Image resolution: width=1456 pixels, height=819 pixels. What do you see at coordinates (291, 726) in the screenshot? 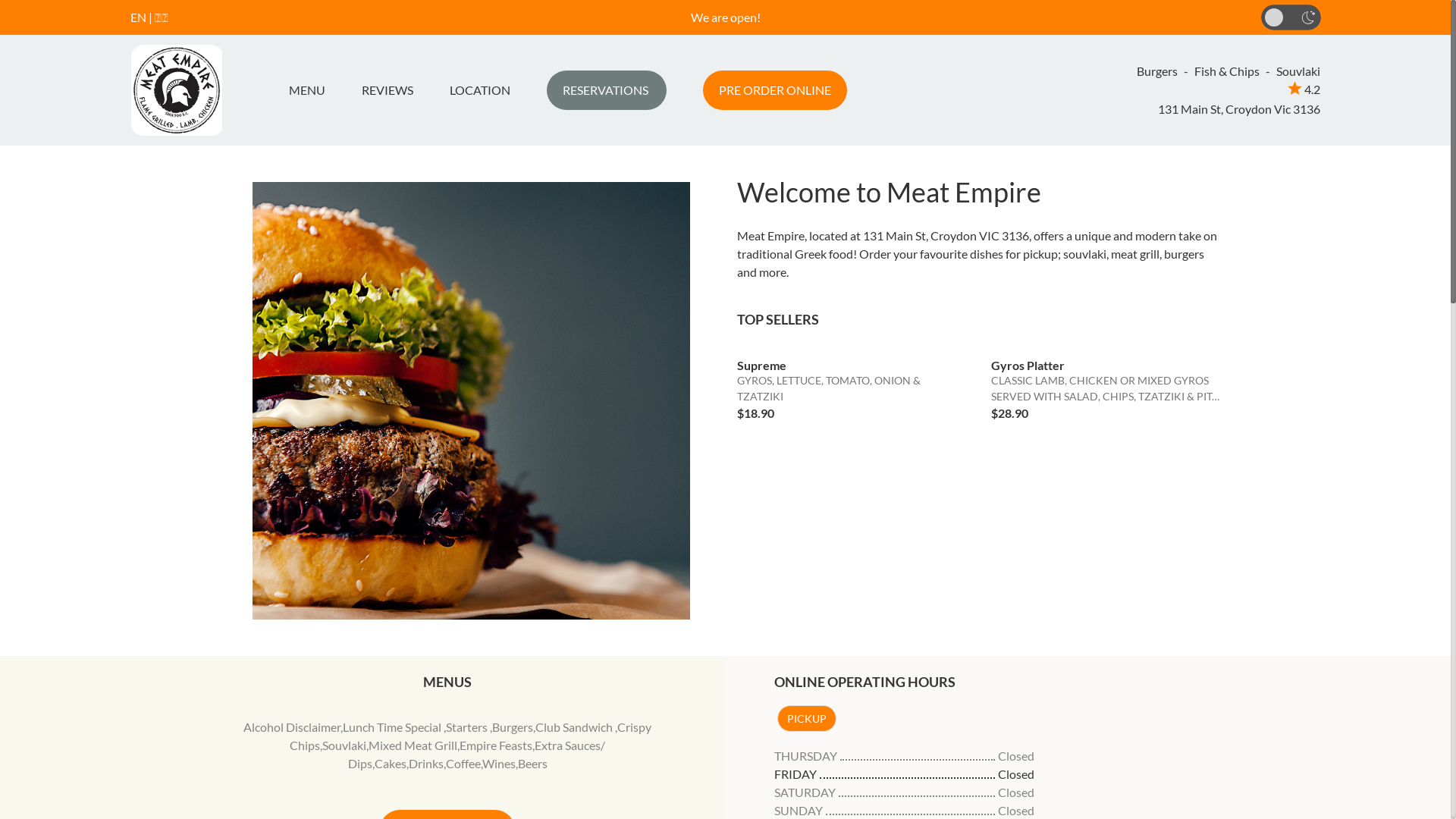
I see `'Alcohol Disclaimer'` at bounding box center [291, 726].